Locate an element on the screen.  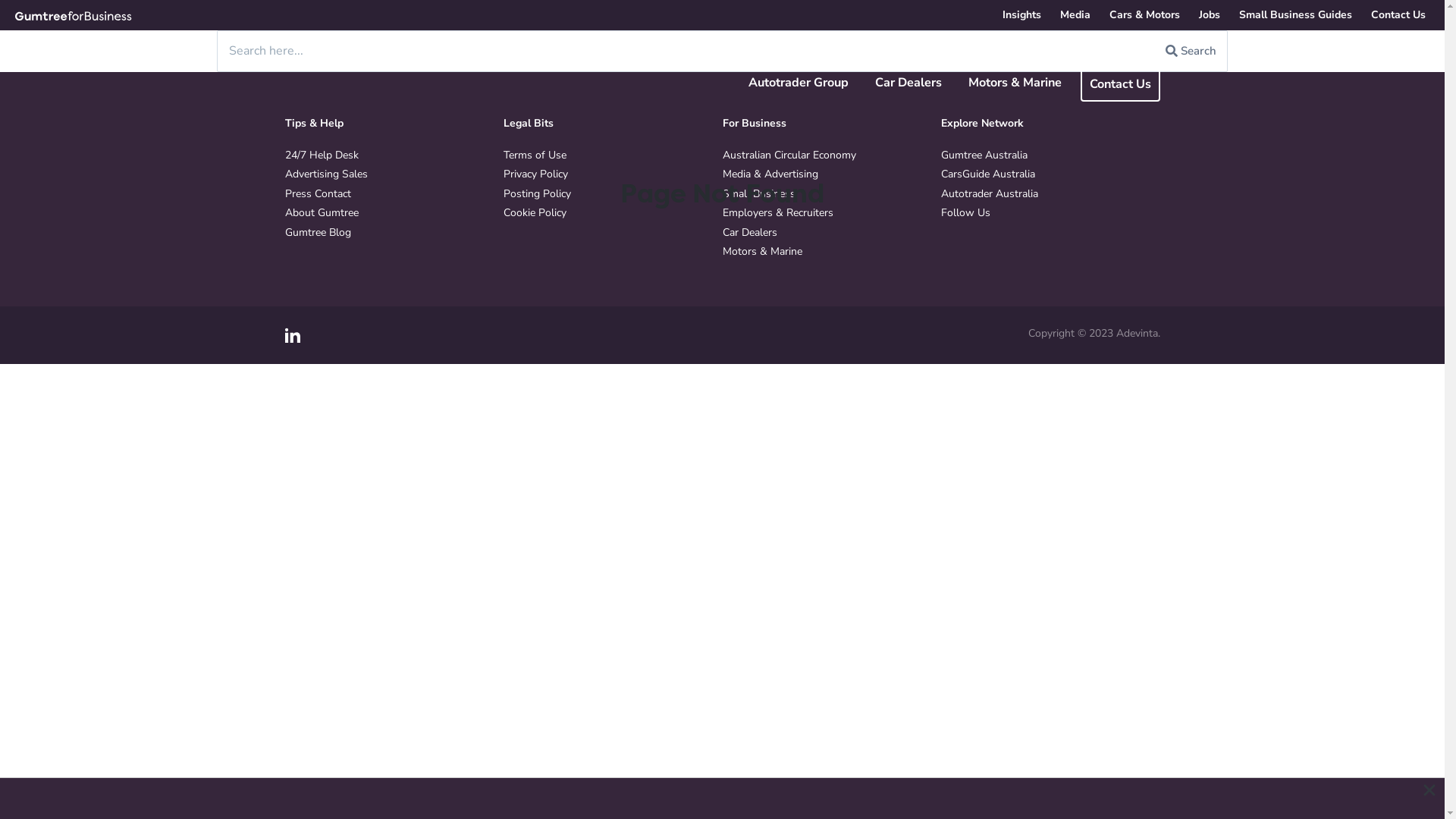
'Follow Us' is located at coordinates (965, 212).